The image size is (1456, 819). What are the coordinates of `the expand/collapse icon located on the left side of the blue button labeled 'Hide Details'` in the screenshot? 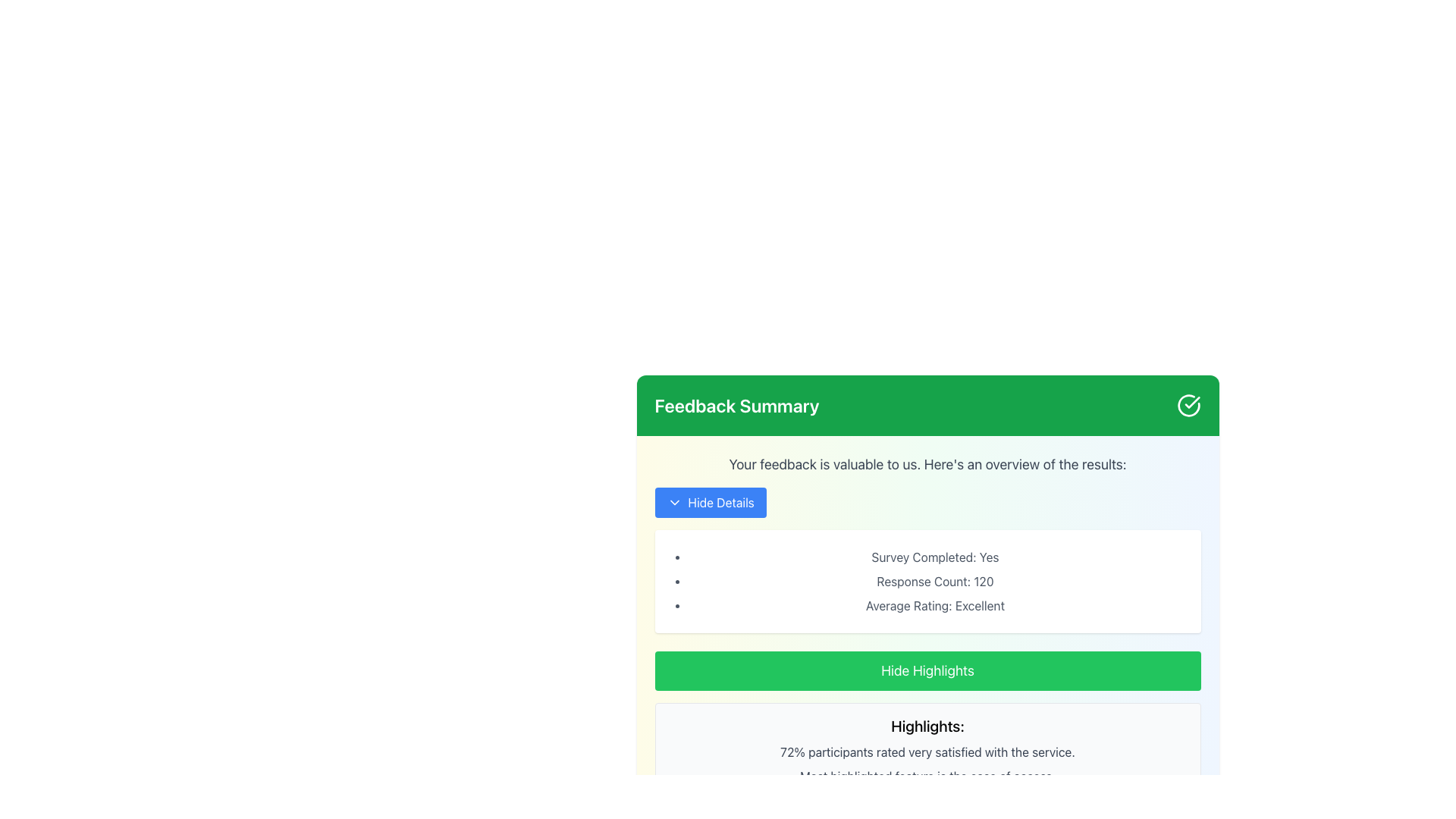 It's located at (673, 503).